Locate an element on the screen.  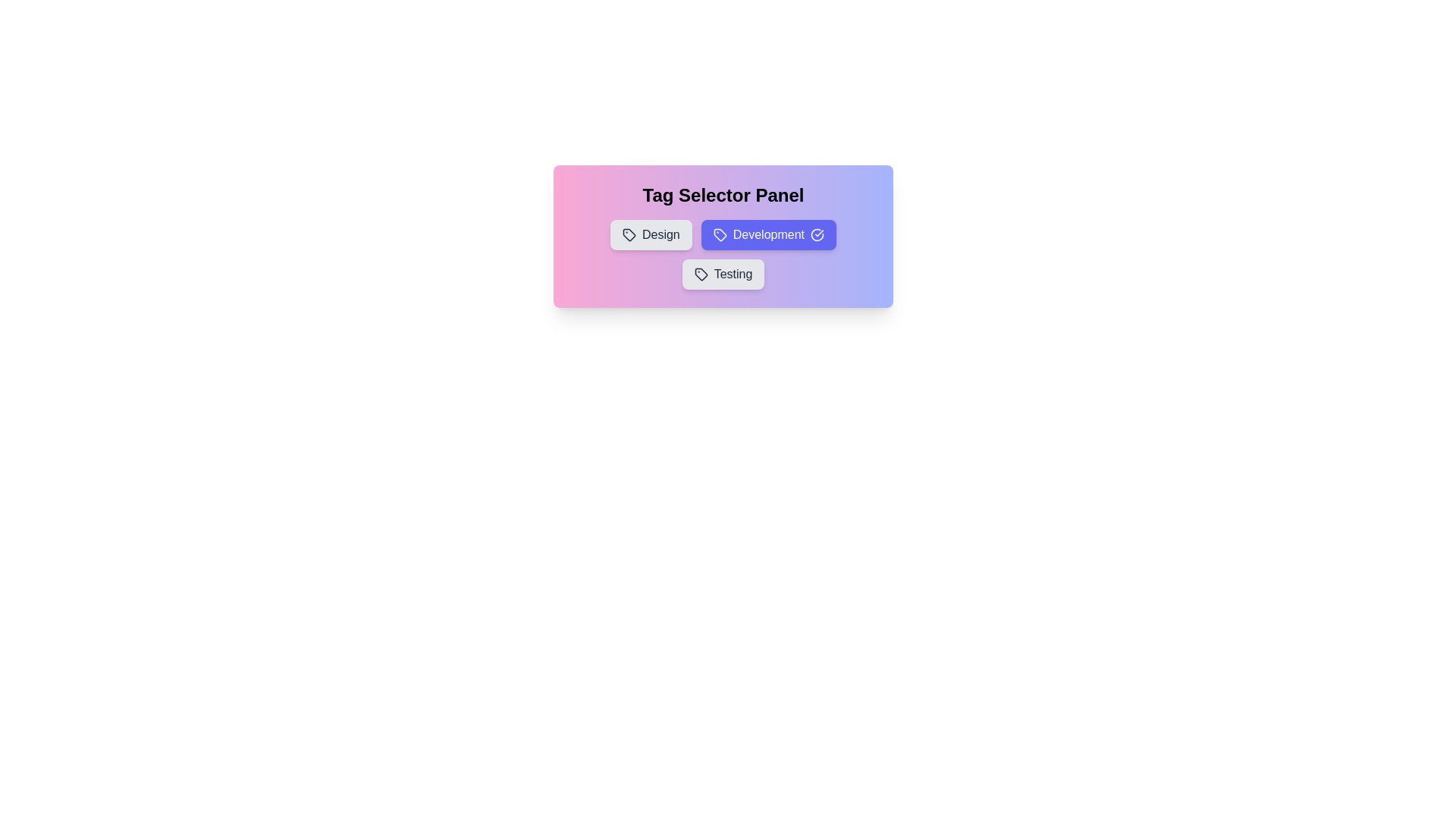
the tag labeled Design is located at coordinates (651, 234).